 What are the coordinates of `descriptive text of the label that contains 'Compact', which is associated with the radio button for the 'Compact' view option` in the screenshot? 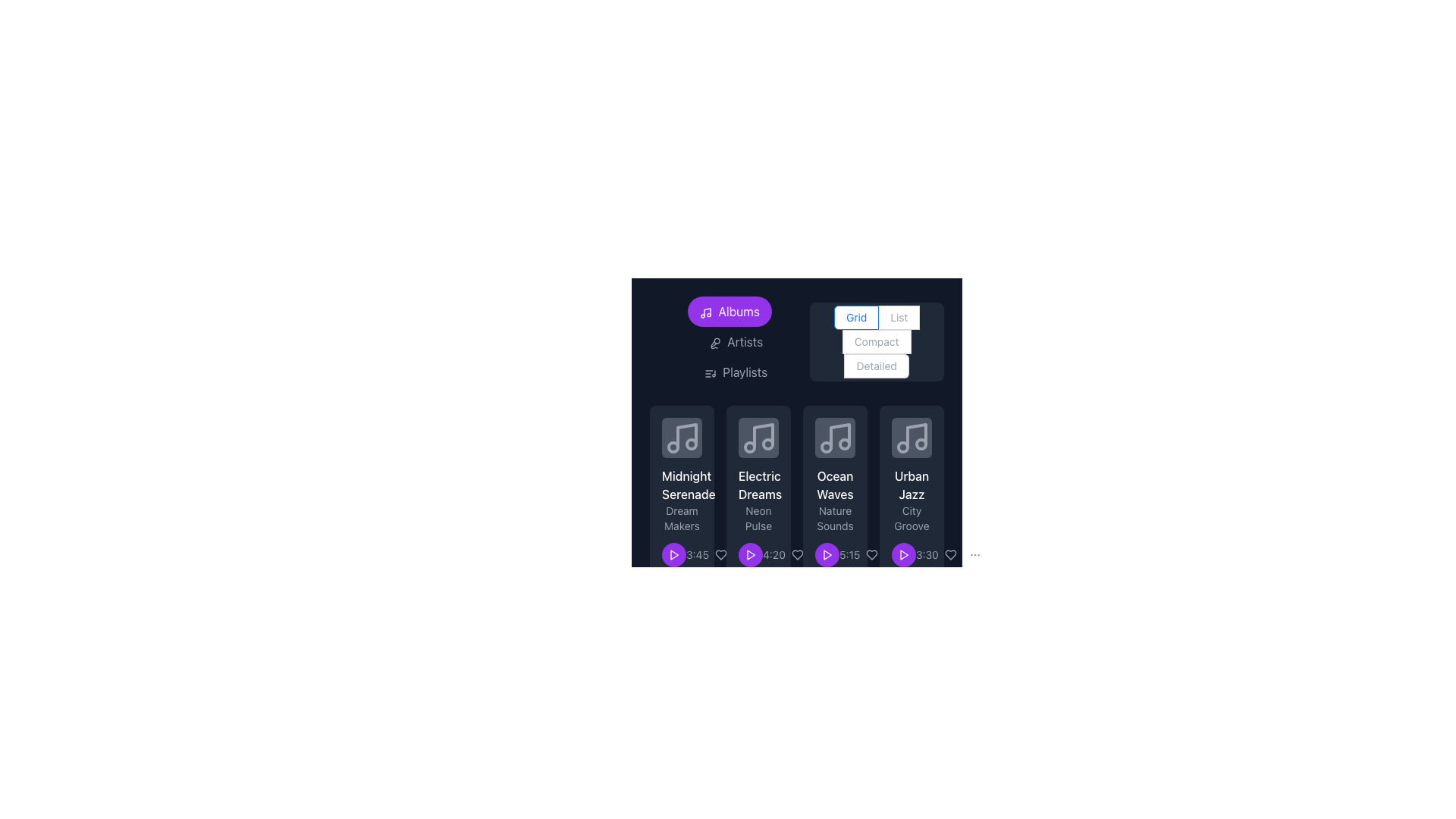 It's located at (877, 341).